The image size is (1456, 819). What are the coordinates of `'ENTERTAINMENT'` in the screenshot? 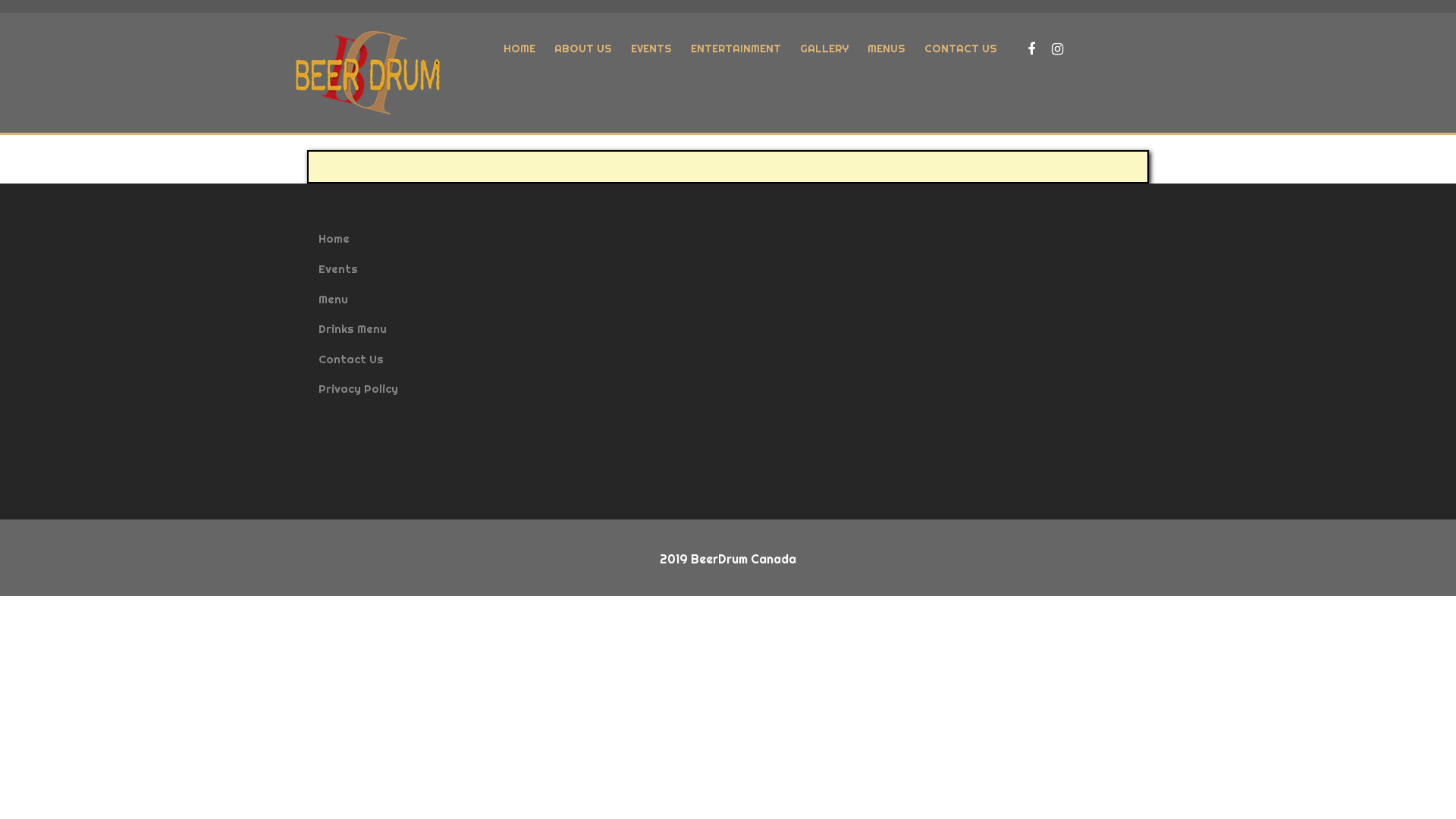 It's located at (736, 48).